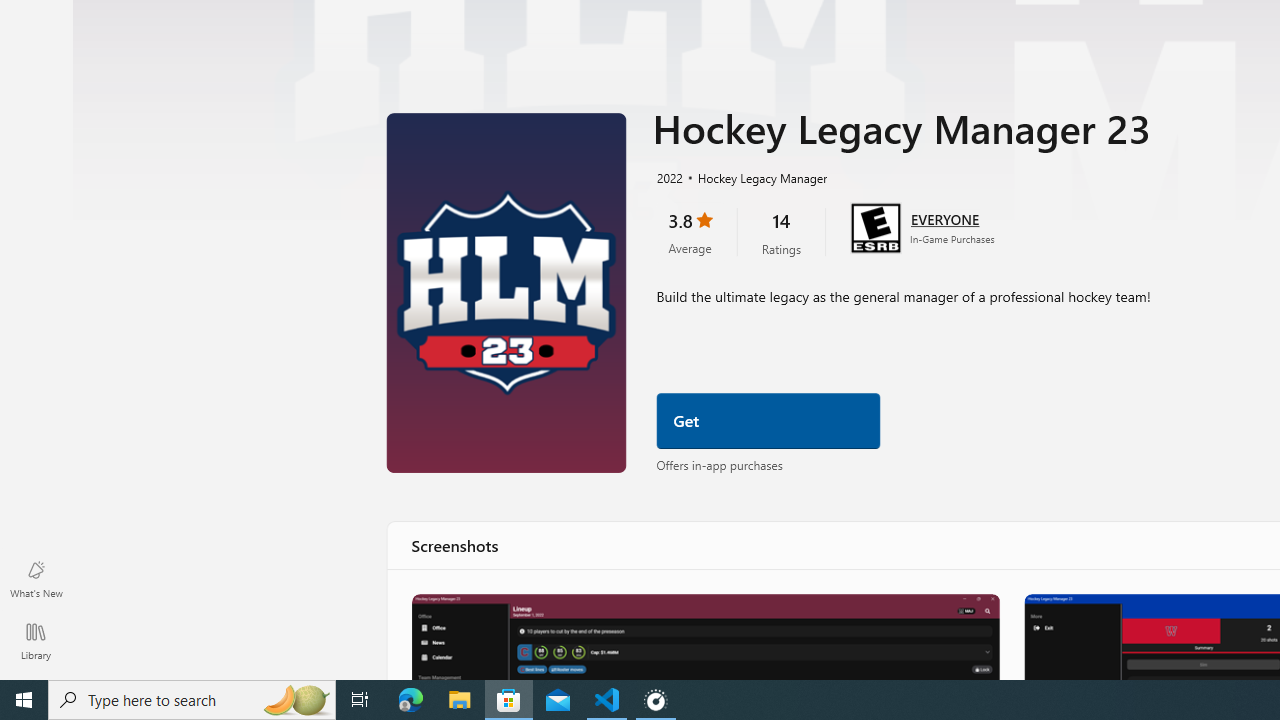 The image size is (1280, 720). What do you see at coordinates (35, 640) in the screenshot?
I see `'Library'` at bounding box center [35, 640].